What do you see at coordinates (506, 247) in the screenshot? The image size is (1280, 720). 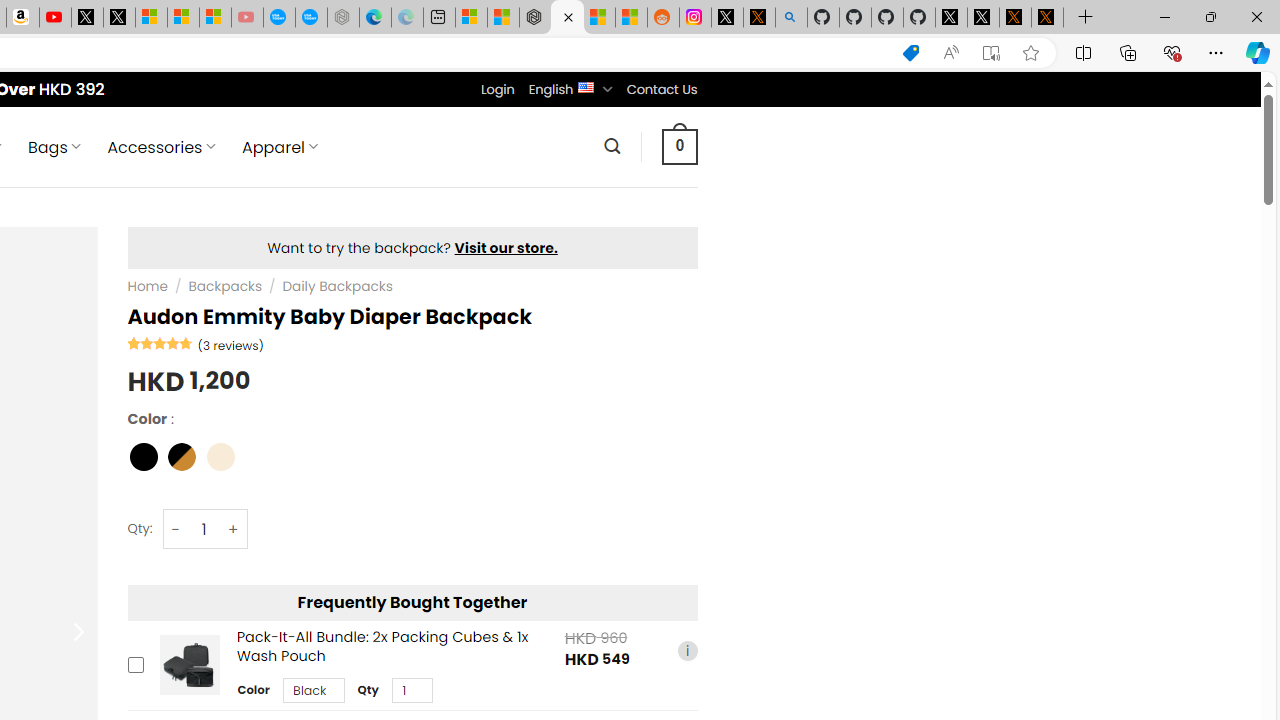 I see `'Visit our store.'` at bounding box center [506, 247].